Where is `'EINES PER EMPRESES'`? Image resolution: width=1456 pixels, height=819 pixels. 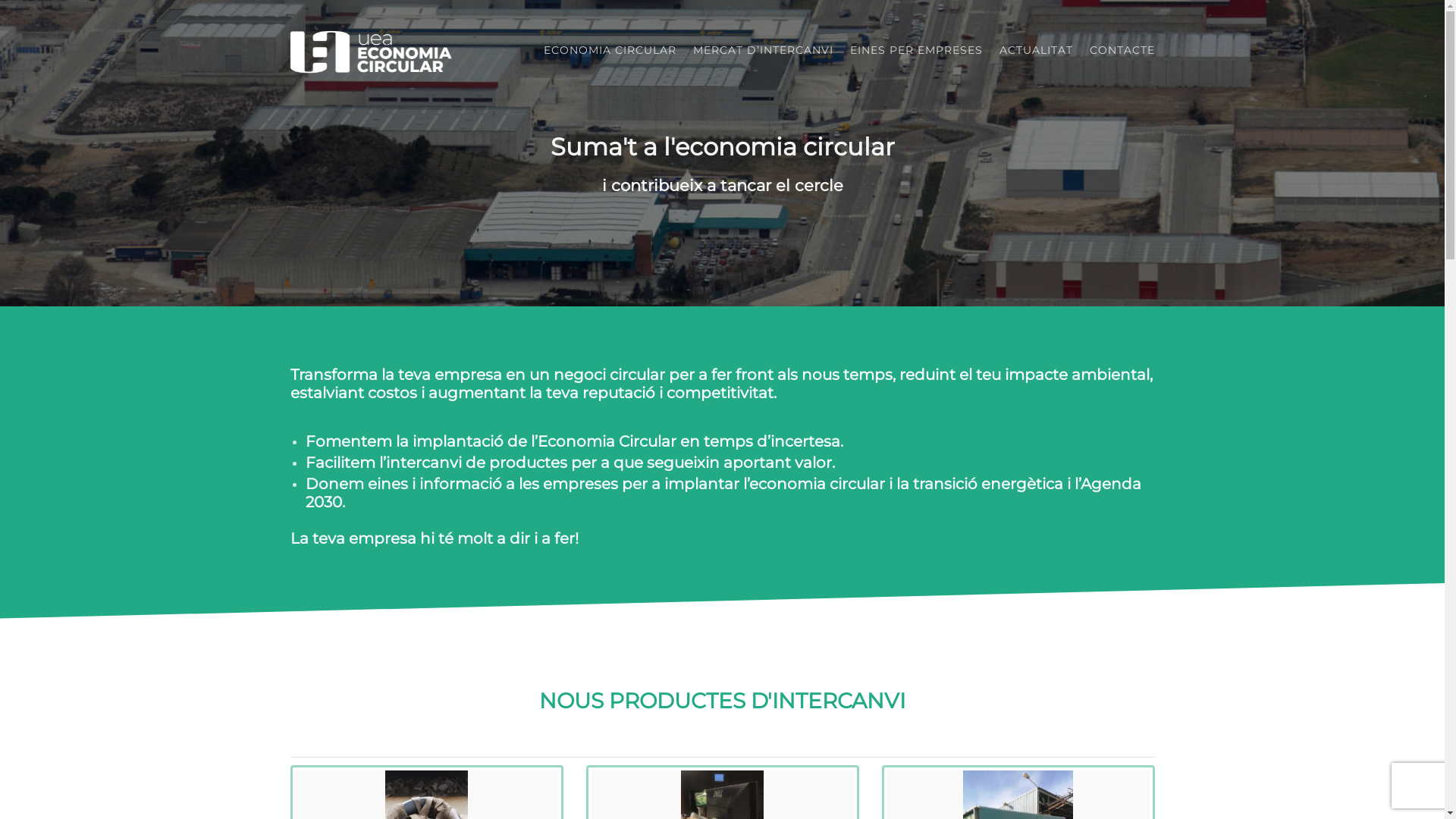 'EINES PER EMPRESES' is located at coordinates (915, 49).